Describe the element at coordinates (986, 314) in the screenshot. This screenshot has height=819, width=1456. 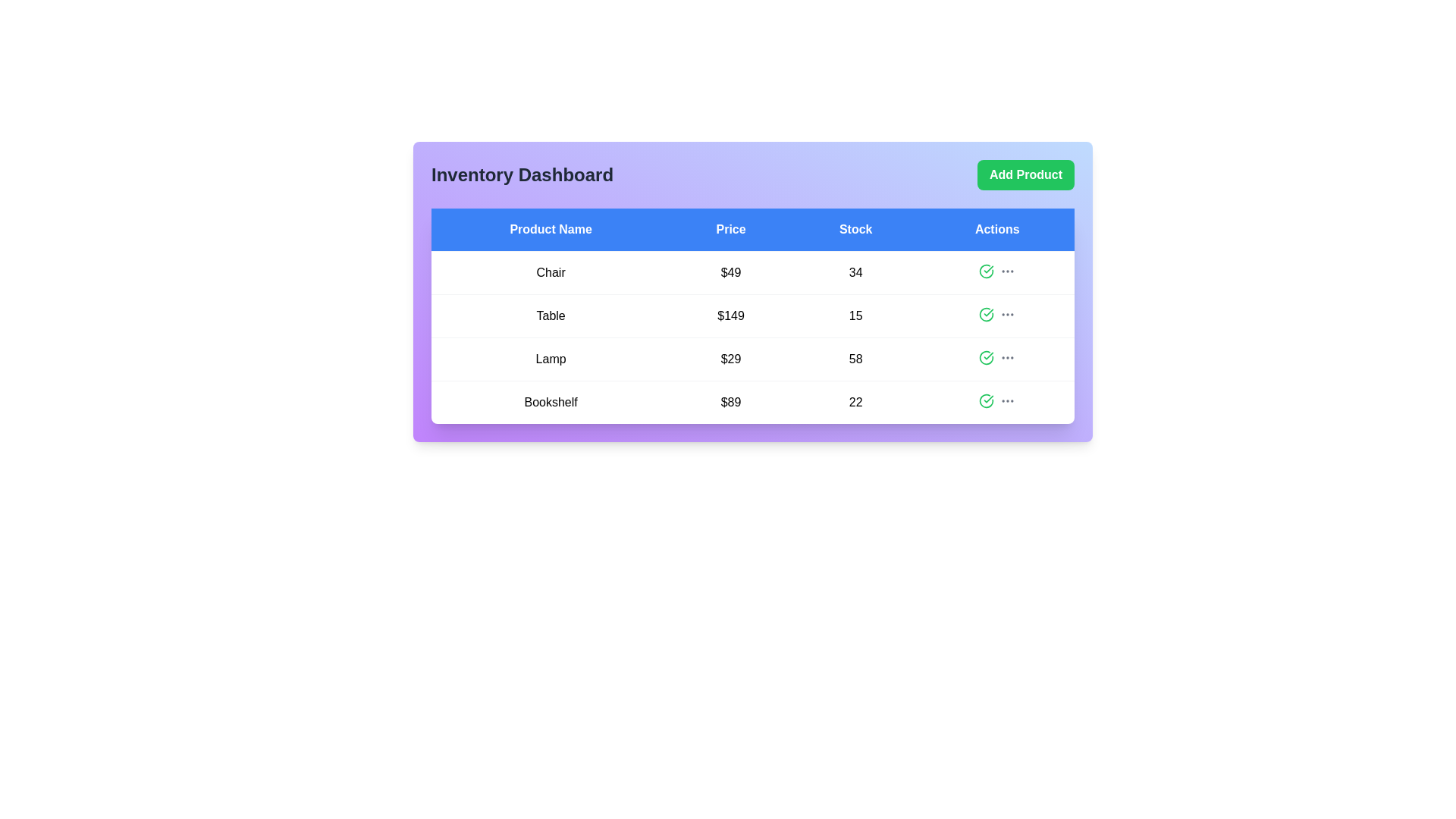
I see `the action icon for the Table row` at that location.